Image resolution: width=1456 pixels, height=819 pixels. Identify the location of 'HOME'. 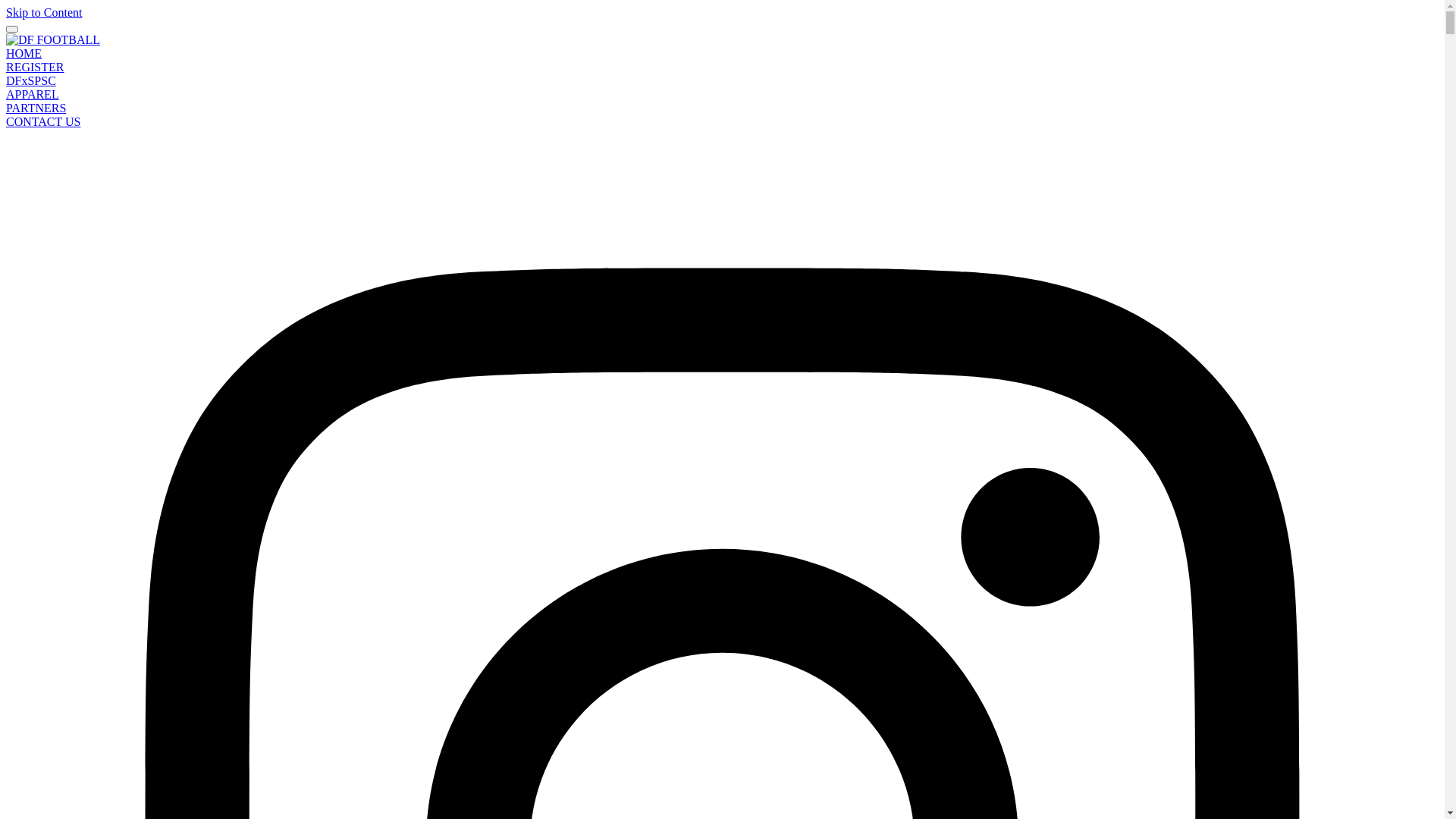
(24, 52).